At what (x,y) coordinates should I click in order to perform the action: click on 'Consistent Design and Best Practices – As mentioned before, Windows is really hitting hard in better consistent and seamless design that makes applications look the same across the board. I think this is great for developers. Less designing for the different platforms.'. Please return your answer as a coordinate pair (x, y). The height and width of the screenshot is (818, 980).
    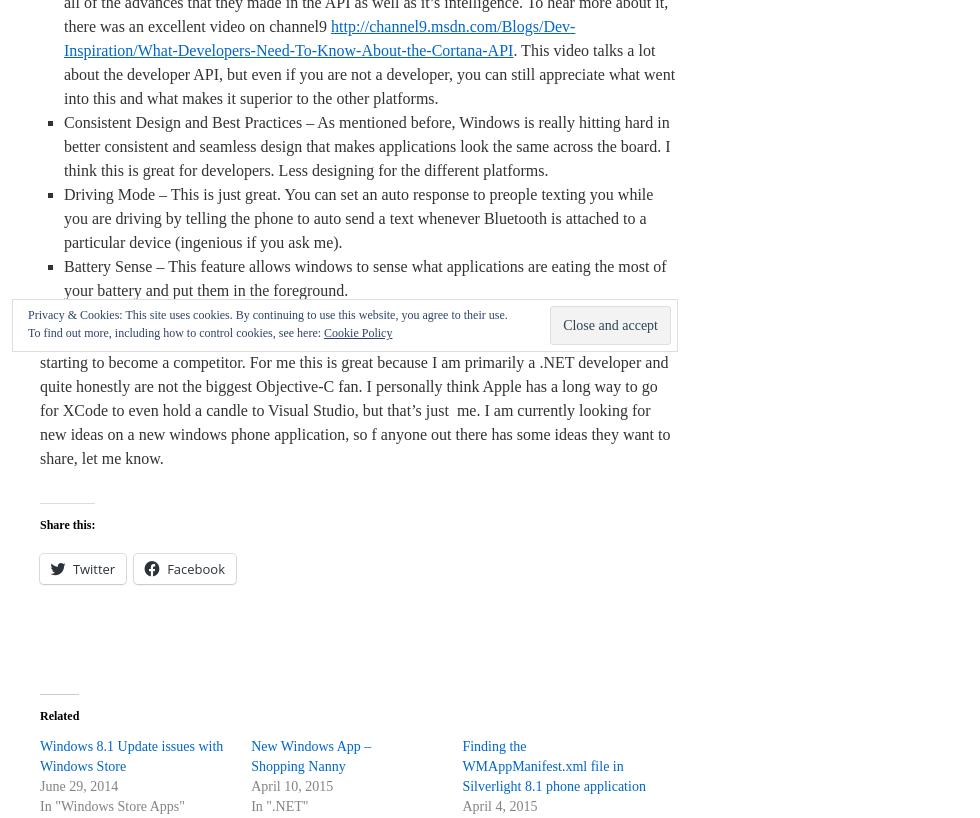
    Looking at the image, I should click on (367, 145).